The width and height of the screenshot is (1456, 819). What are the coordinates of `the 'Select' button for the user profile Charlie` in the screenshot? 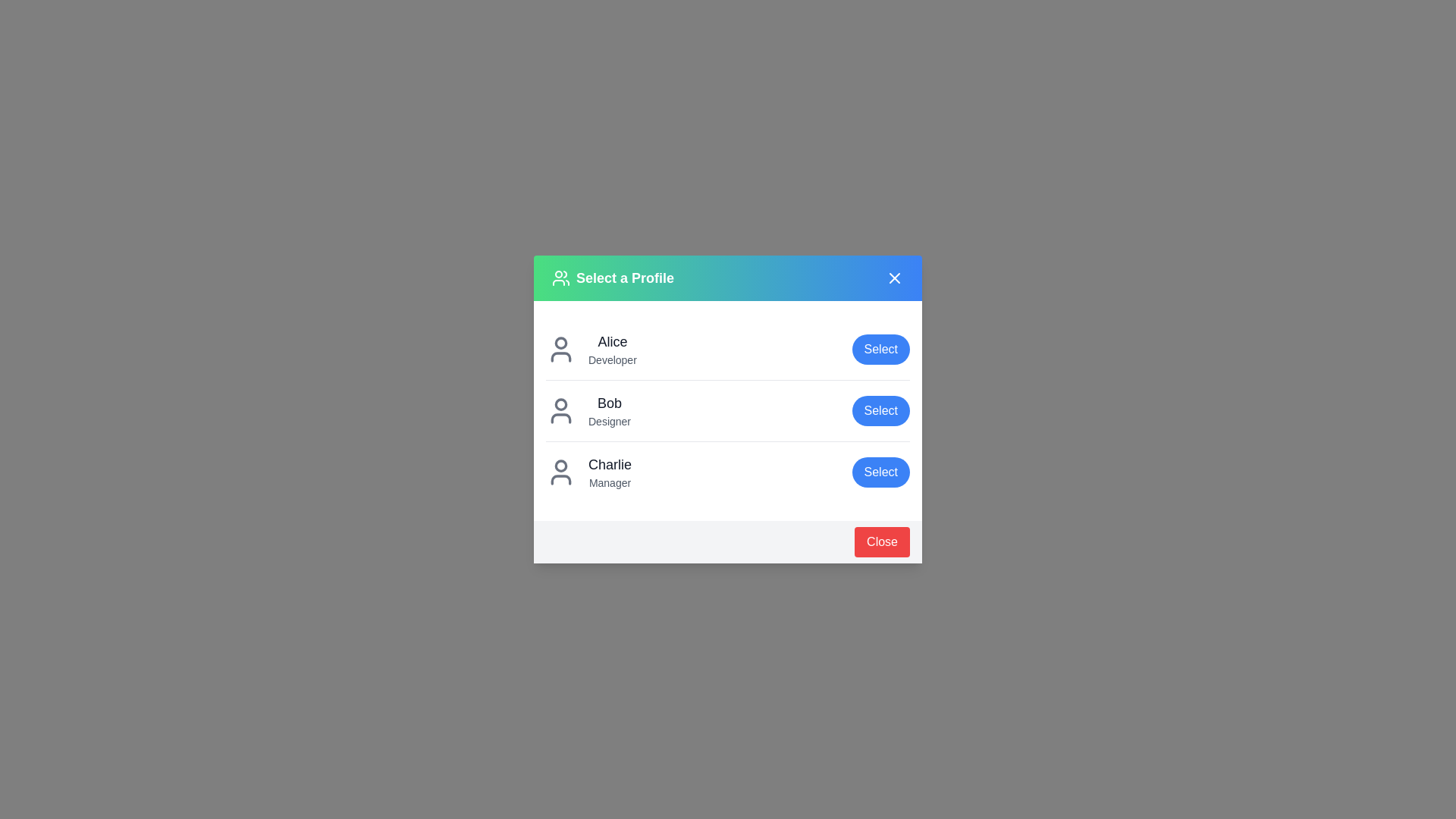 It's located at (880, 472).